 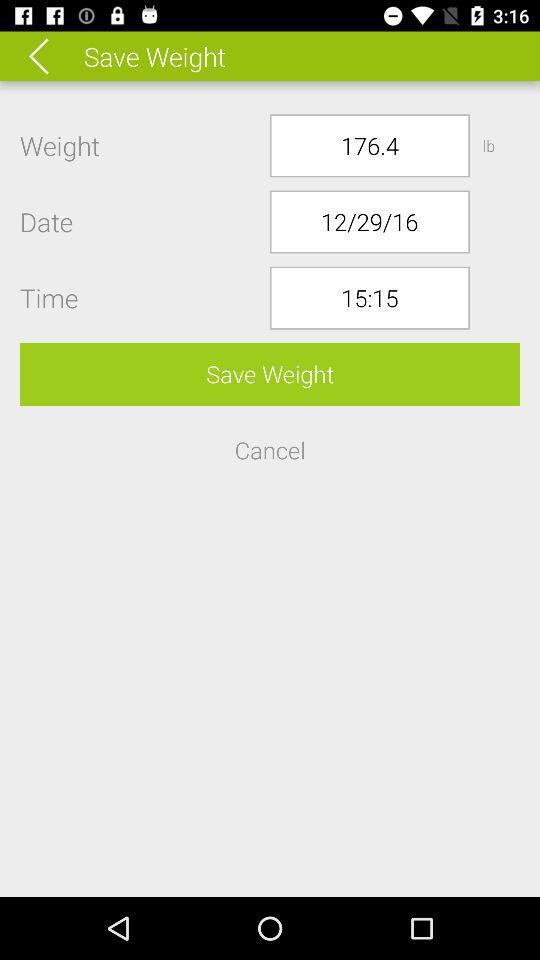 What do you see at coordinates (52, 55) in the screenshot?
I see `navigate to previous screen` at bounding box center [52, 55].